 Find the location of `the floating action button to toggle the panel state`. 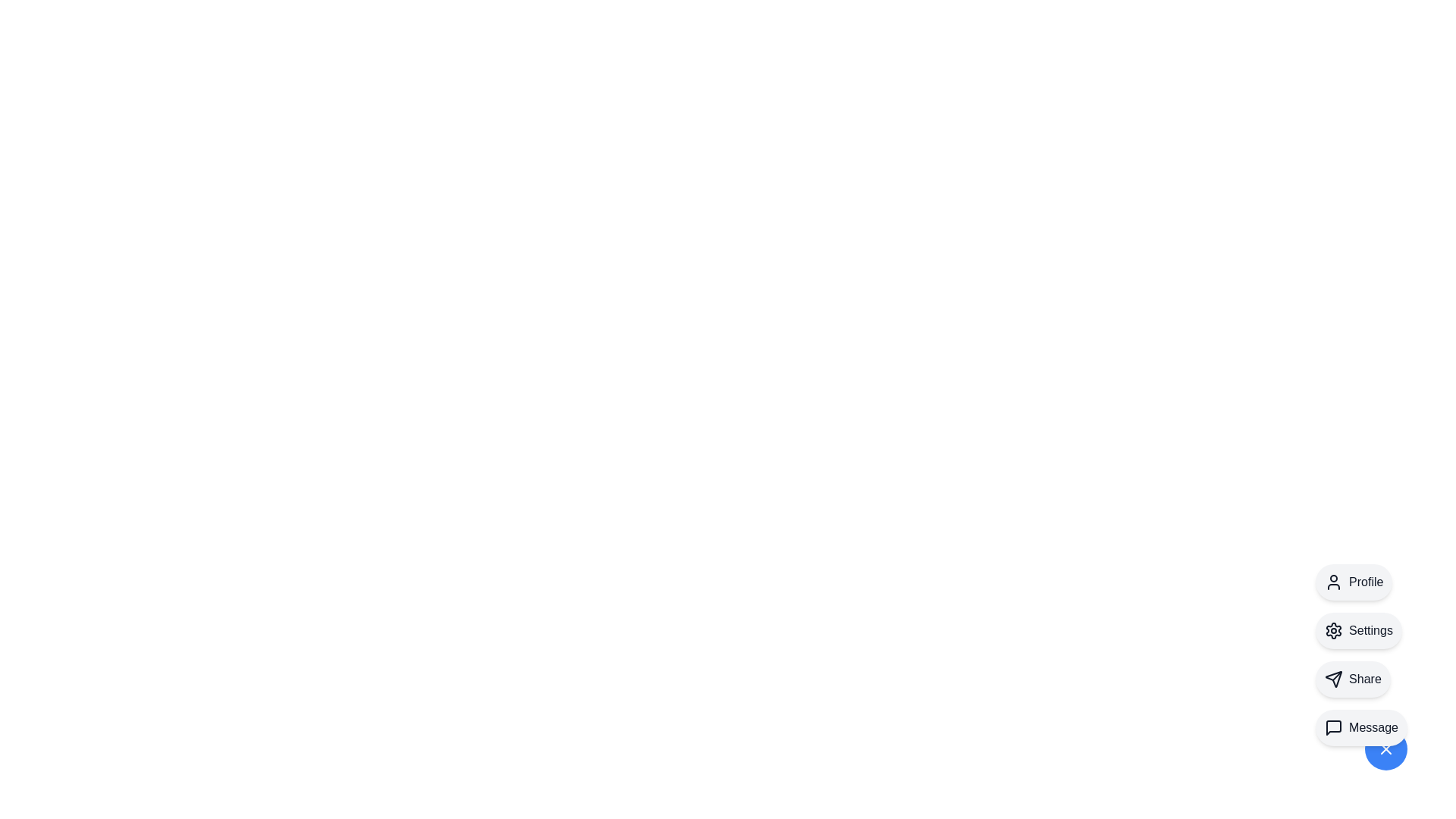

the floating action button to toggle the panel state is located at coordinates (1386, 748).